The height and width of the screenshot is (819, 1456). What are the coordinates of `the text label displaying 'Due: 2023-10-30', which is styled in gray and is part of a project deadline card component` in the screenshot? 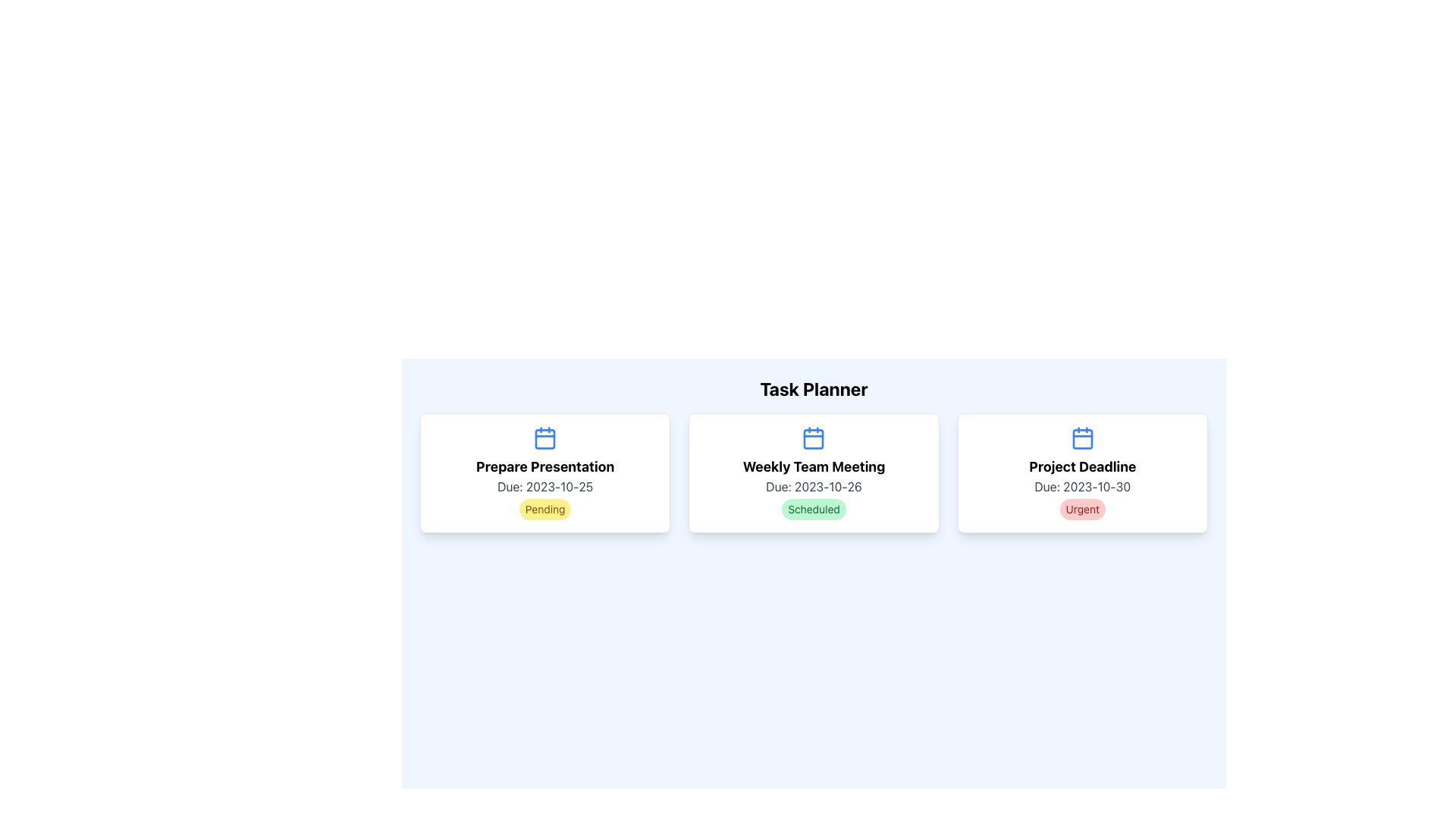 It's located at (1081, 486).